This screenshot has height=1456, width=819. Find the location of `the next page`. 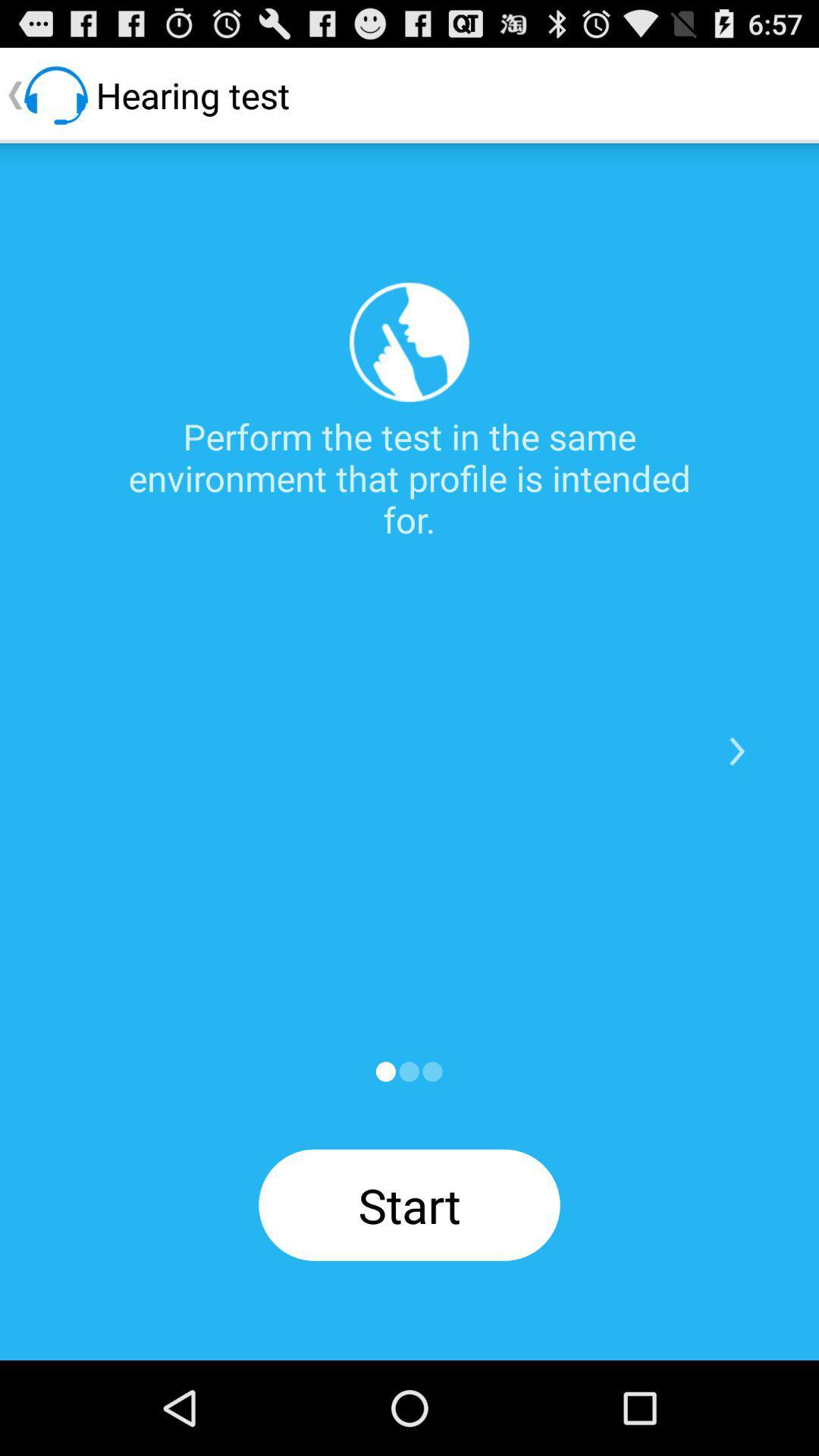

the next page is located at coordinates (736, 752).